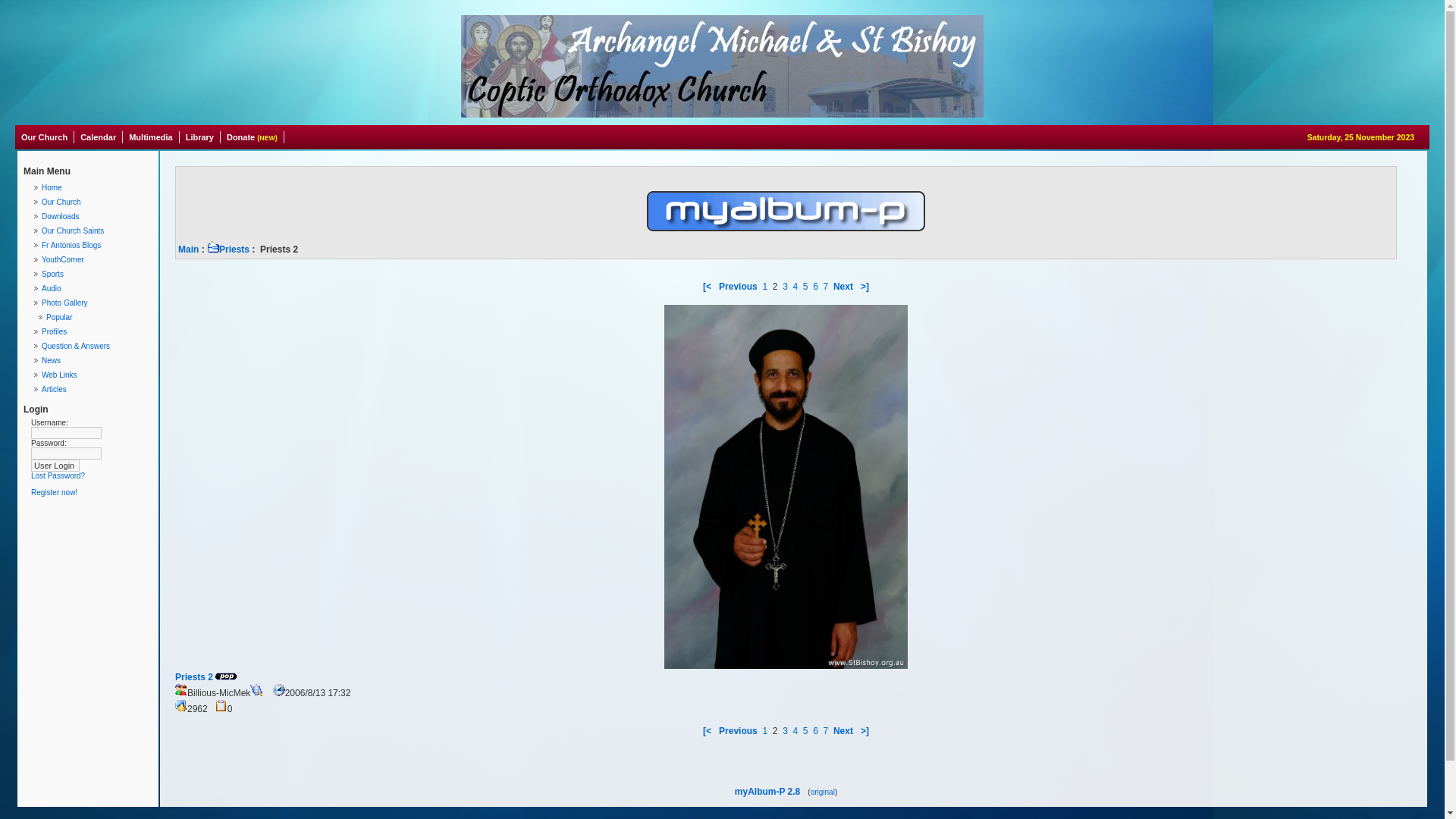  Describe the element at coordinates (814, 287) in the screenshot. I see `'6'` at that location.